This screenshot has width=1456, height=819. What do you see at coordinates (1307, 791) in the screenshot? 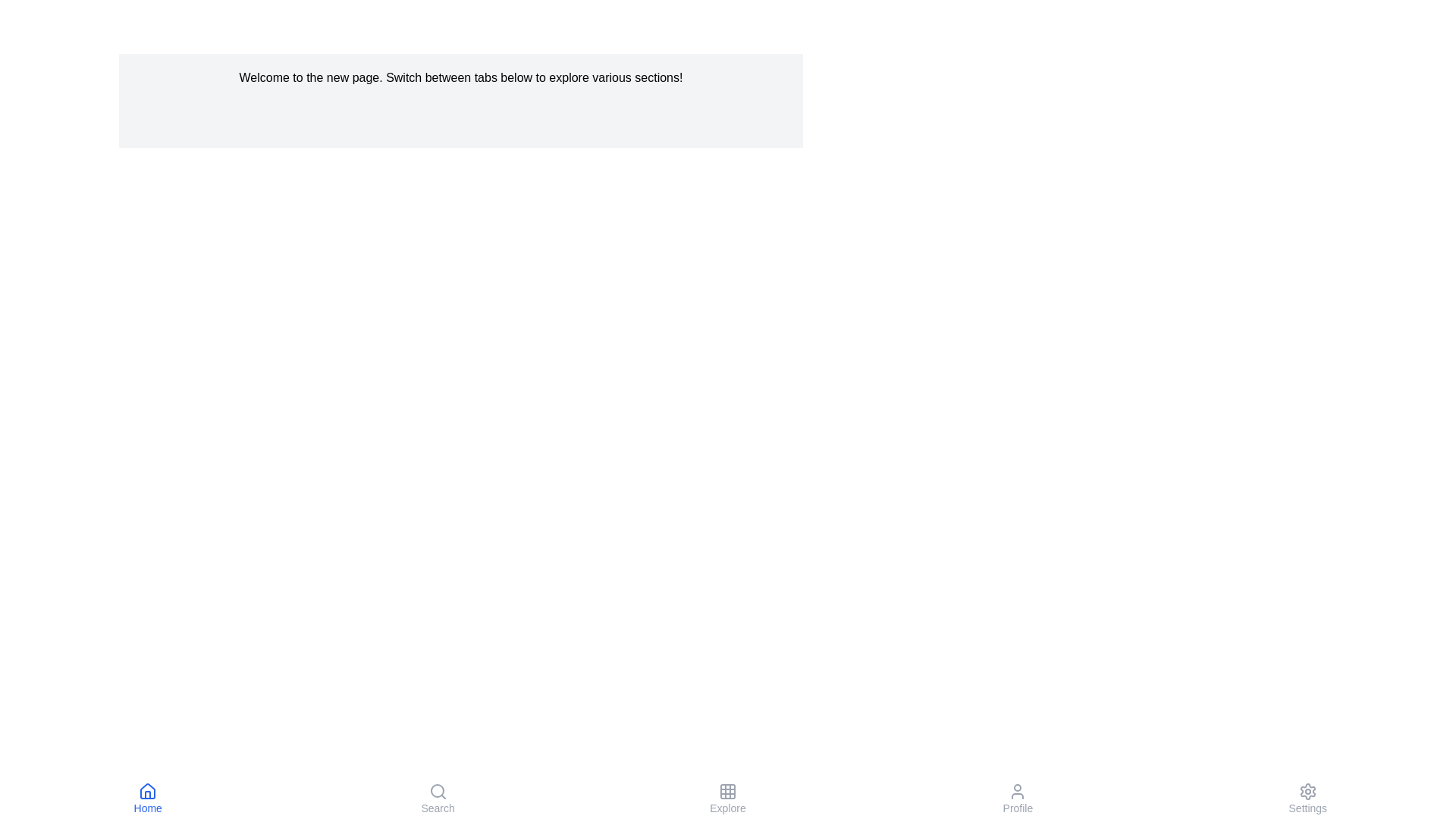
I see `the gear icon on the far right side of the bottom navigation bar` at bounding box center [1307, 791].